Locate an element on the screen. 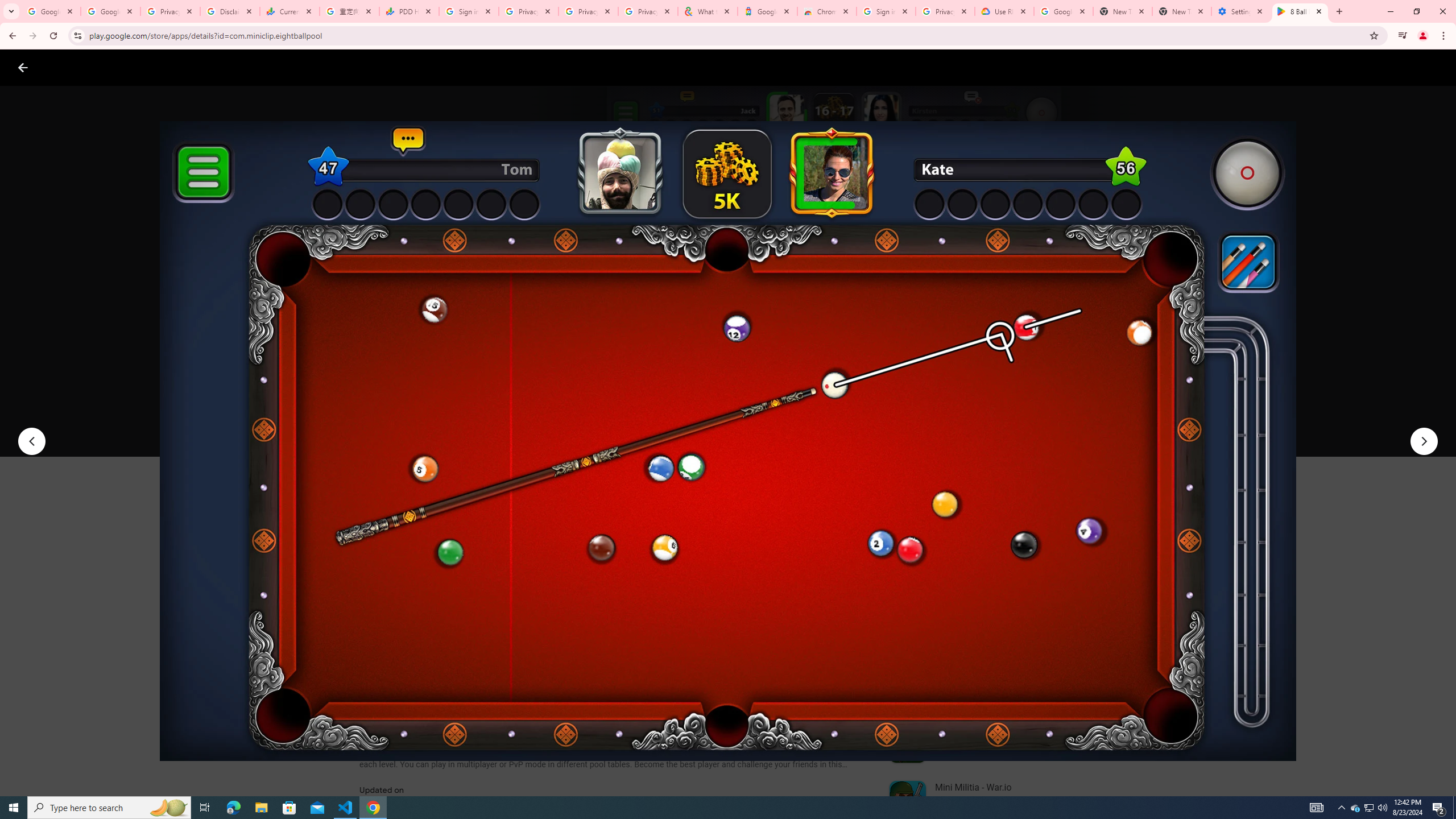 The image size is (1456, 819). 'Currencies - Google Finance' is located at coordinates (289, 11).